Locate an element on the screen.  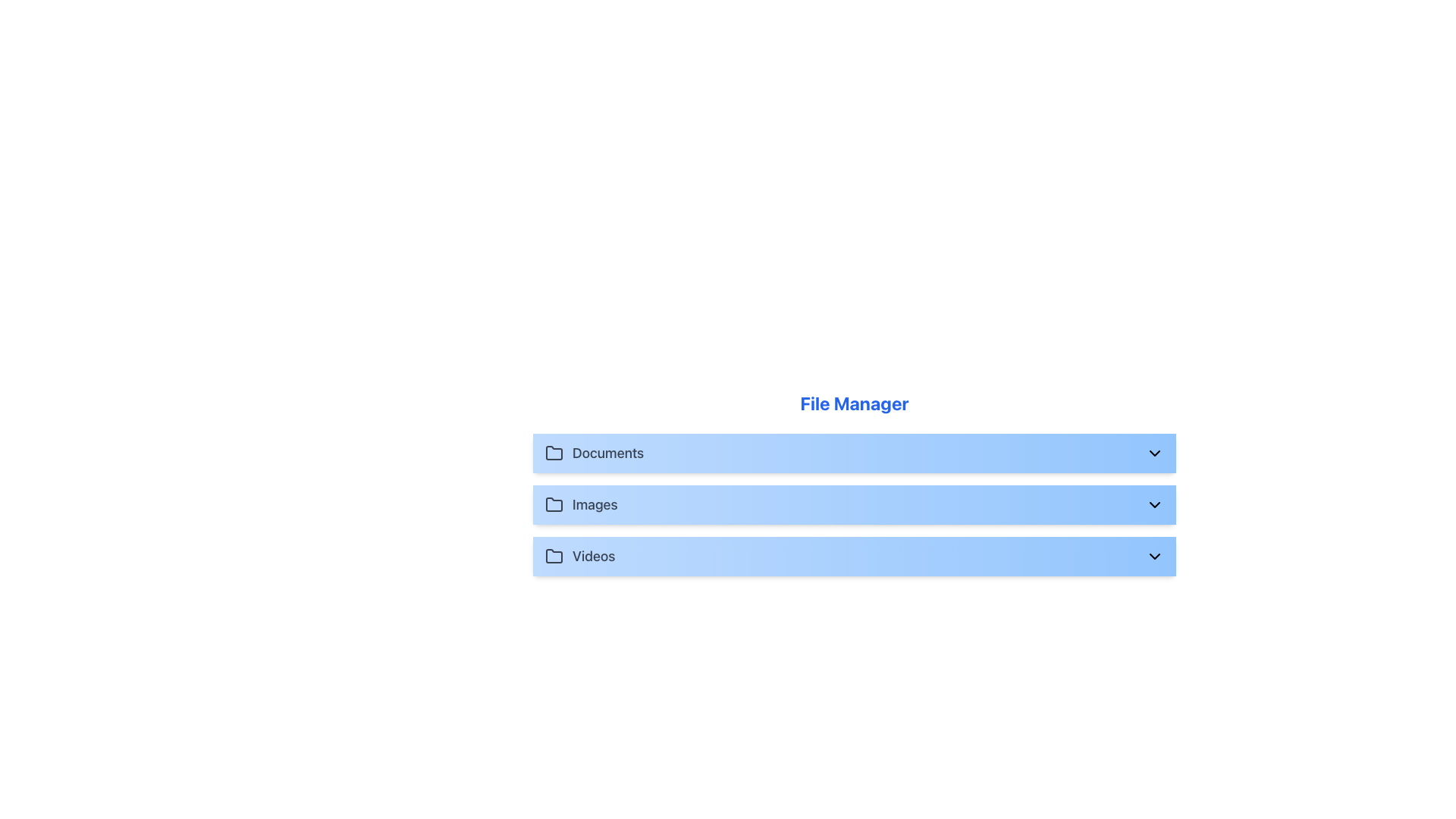
the 'Documents' button with dropdown functionality is located at coordinates (855, 452).